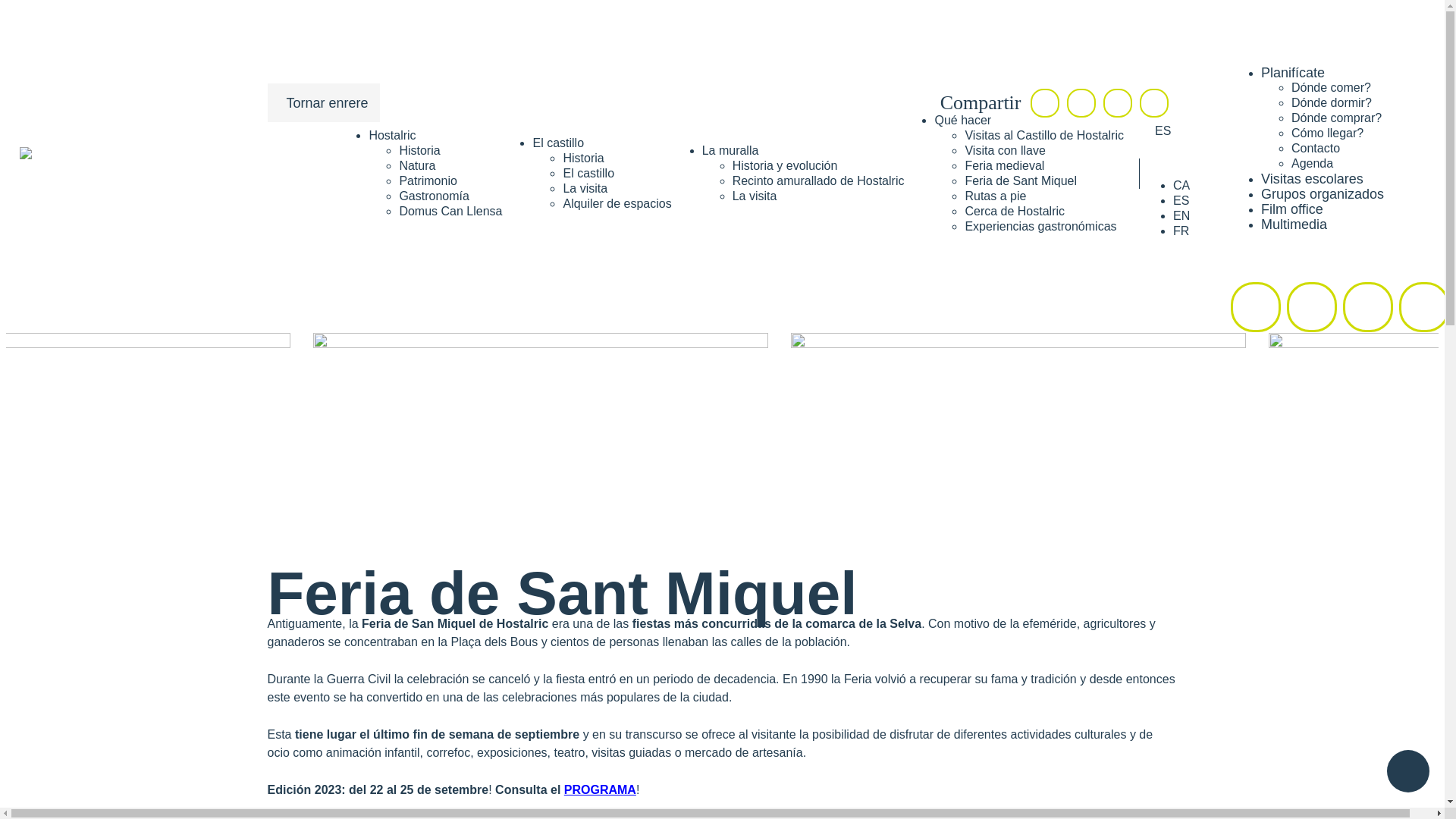 Image resolution: width=1456 pixels, height=819 pixels. What do you see at coordinates (599, 789) in the screenshot?
I see `'PROGRAMA'` at bounding box center [599, 789].